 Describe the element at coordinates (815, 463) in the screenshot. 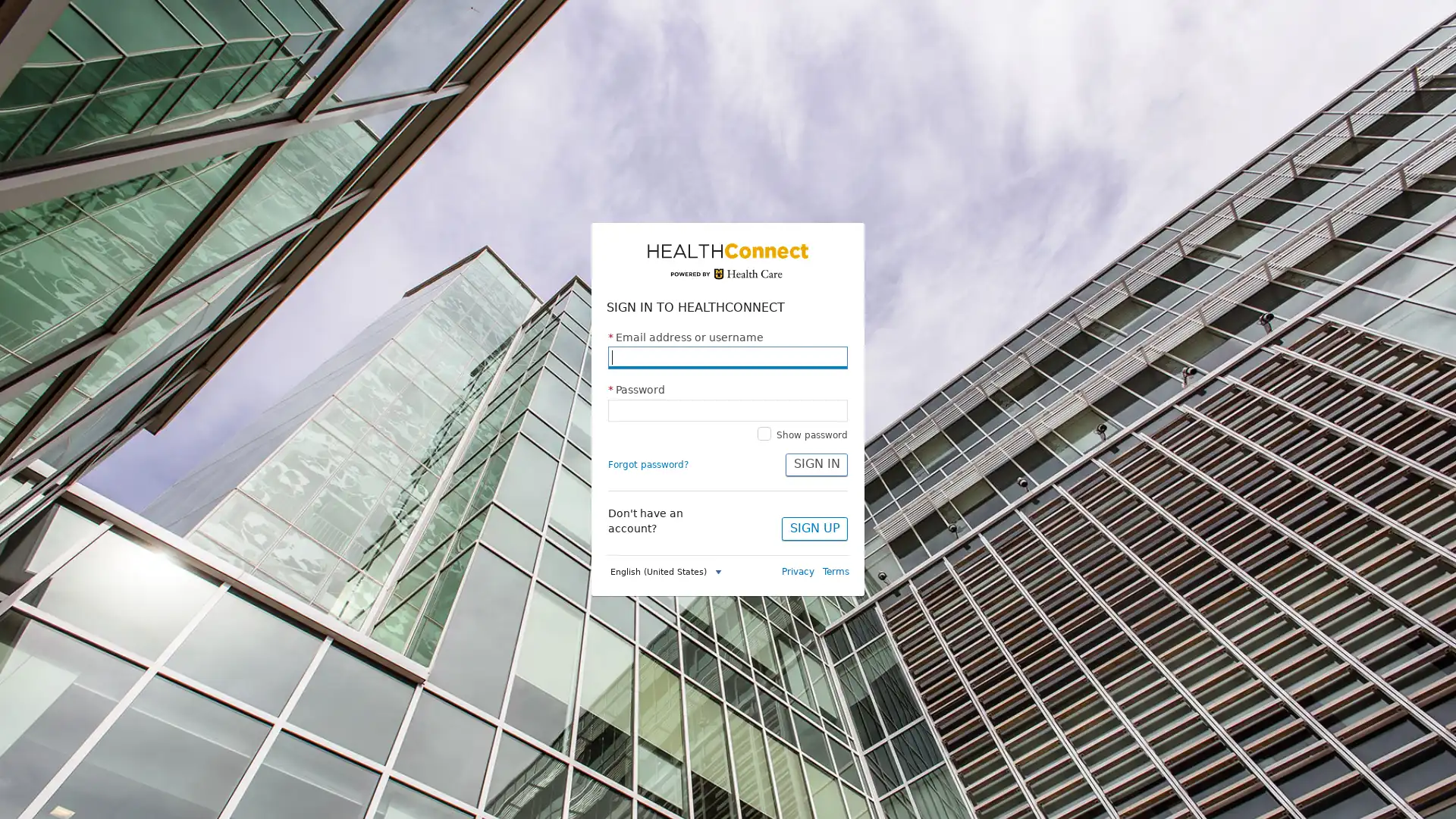

I see `SIGN IN` at that location.